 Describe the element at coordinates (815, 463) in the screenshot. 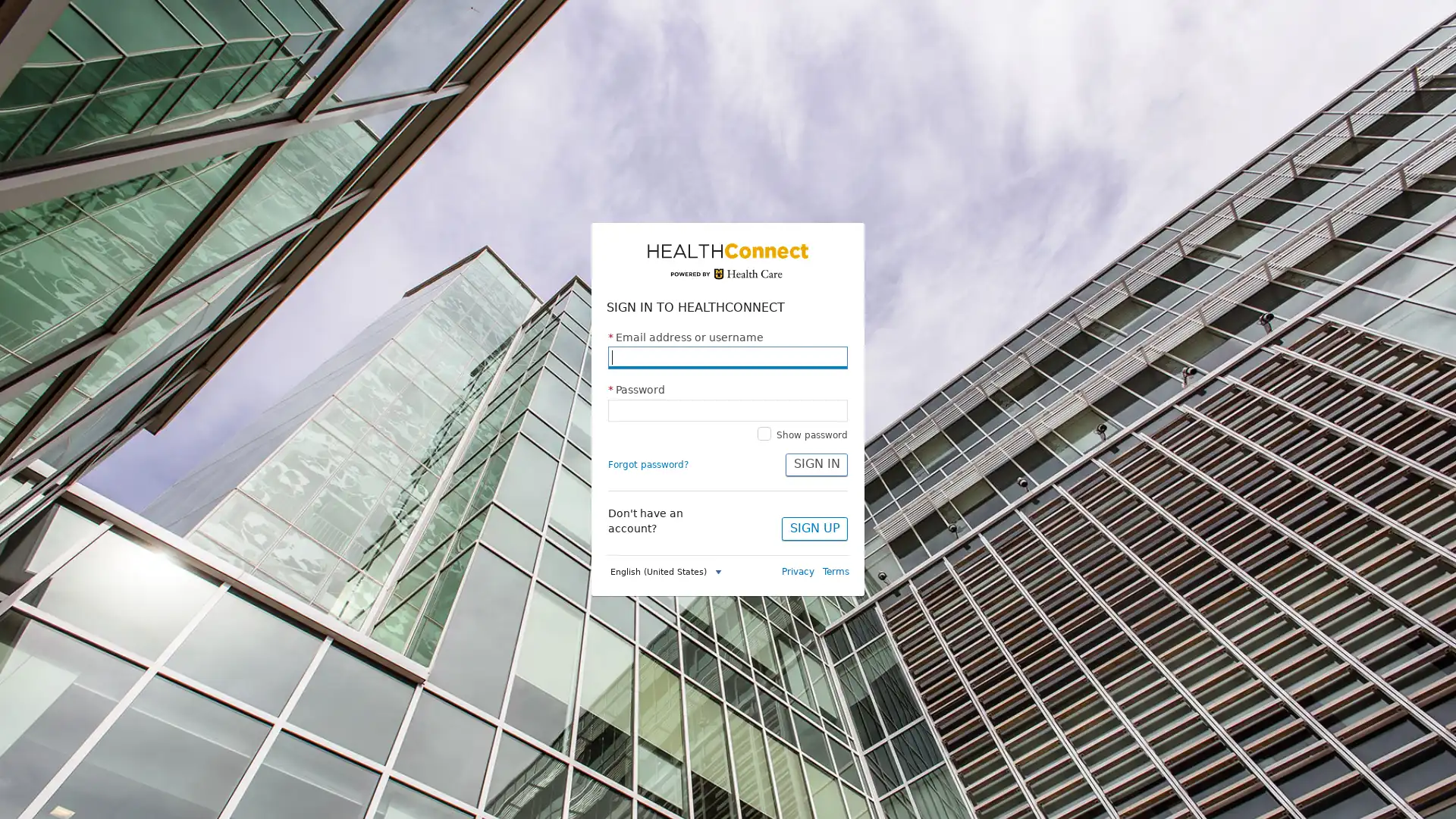

I see `SIGN IN` at that location.